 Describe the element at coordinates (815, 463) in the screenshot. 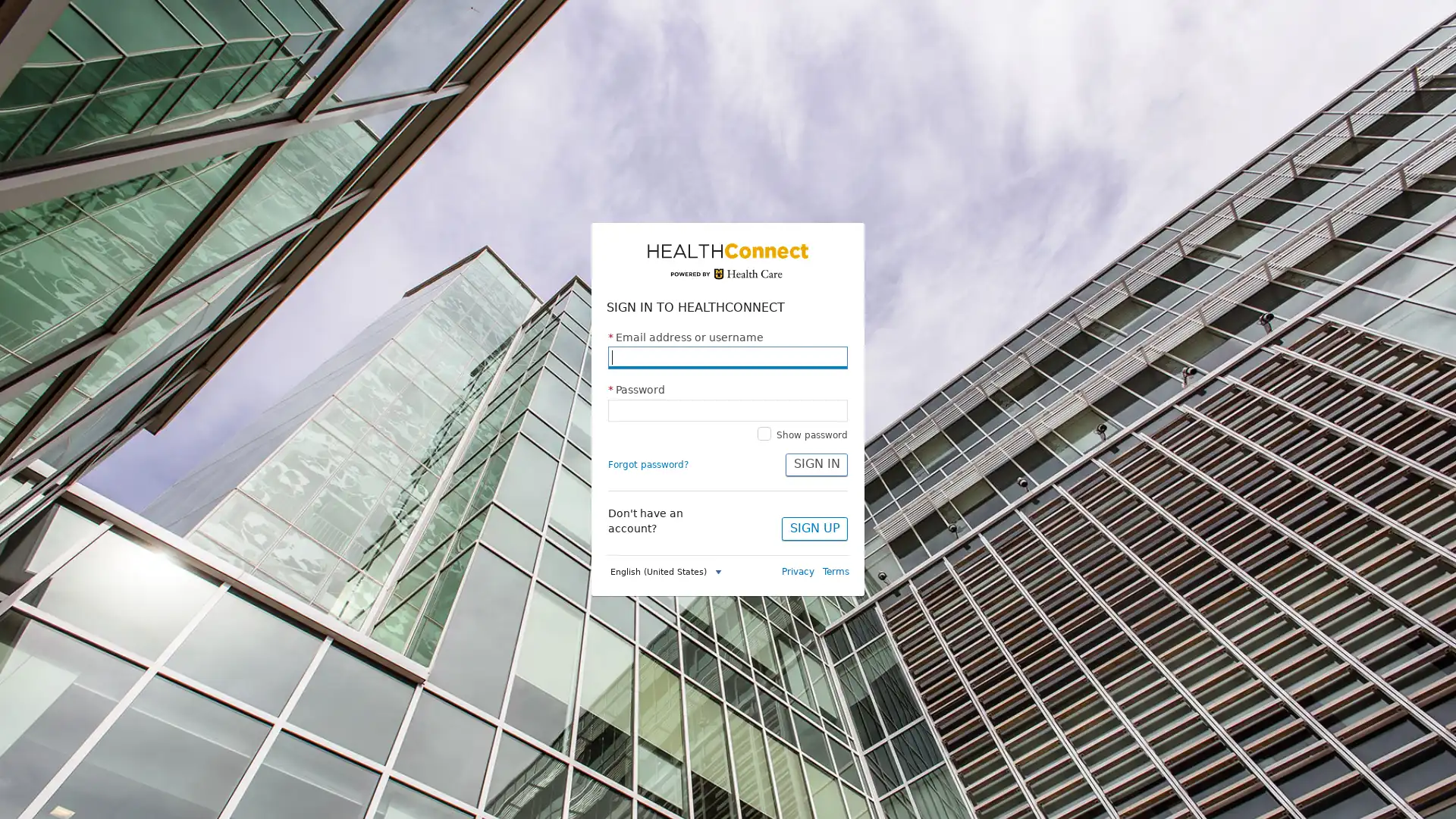

I see `SIGN IN` at that location.